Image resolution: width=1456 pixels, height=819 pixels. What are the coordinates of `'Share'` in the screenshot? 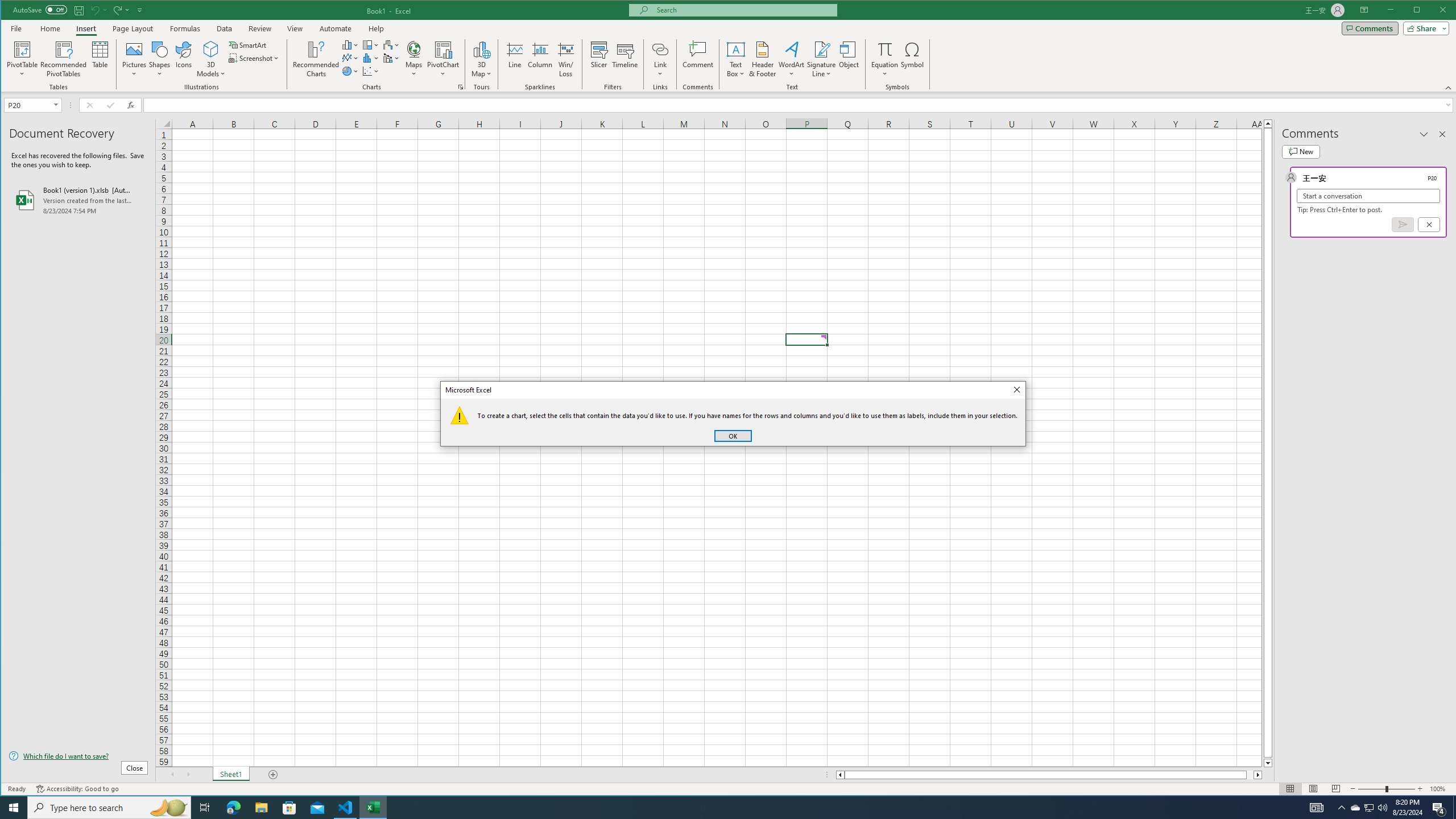 It's located at (1423, 28).